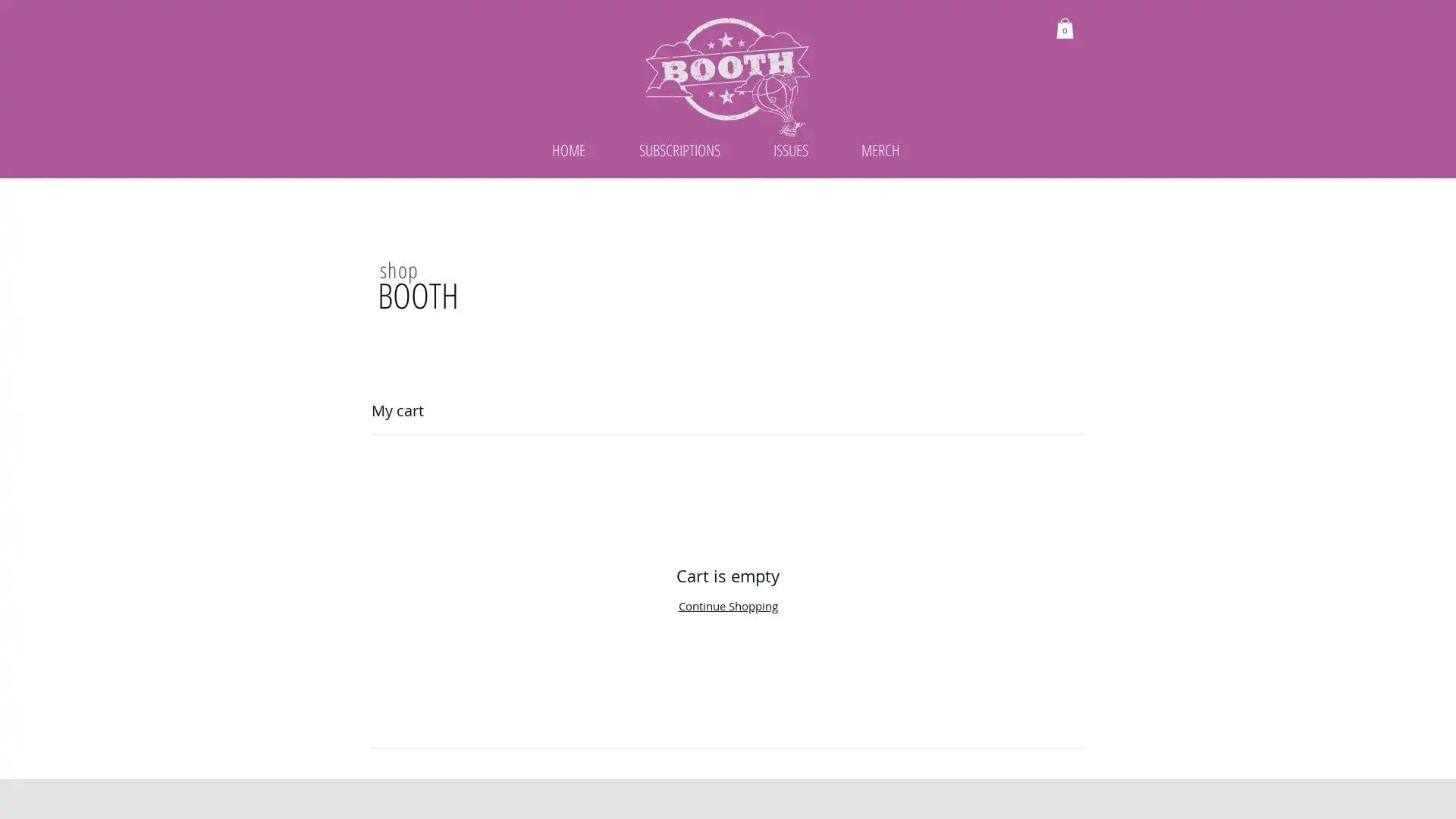 The width and height of the screenshot is (1456, 819). I want to click on Cart with 0 items, so click(1064, 28).